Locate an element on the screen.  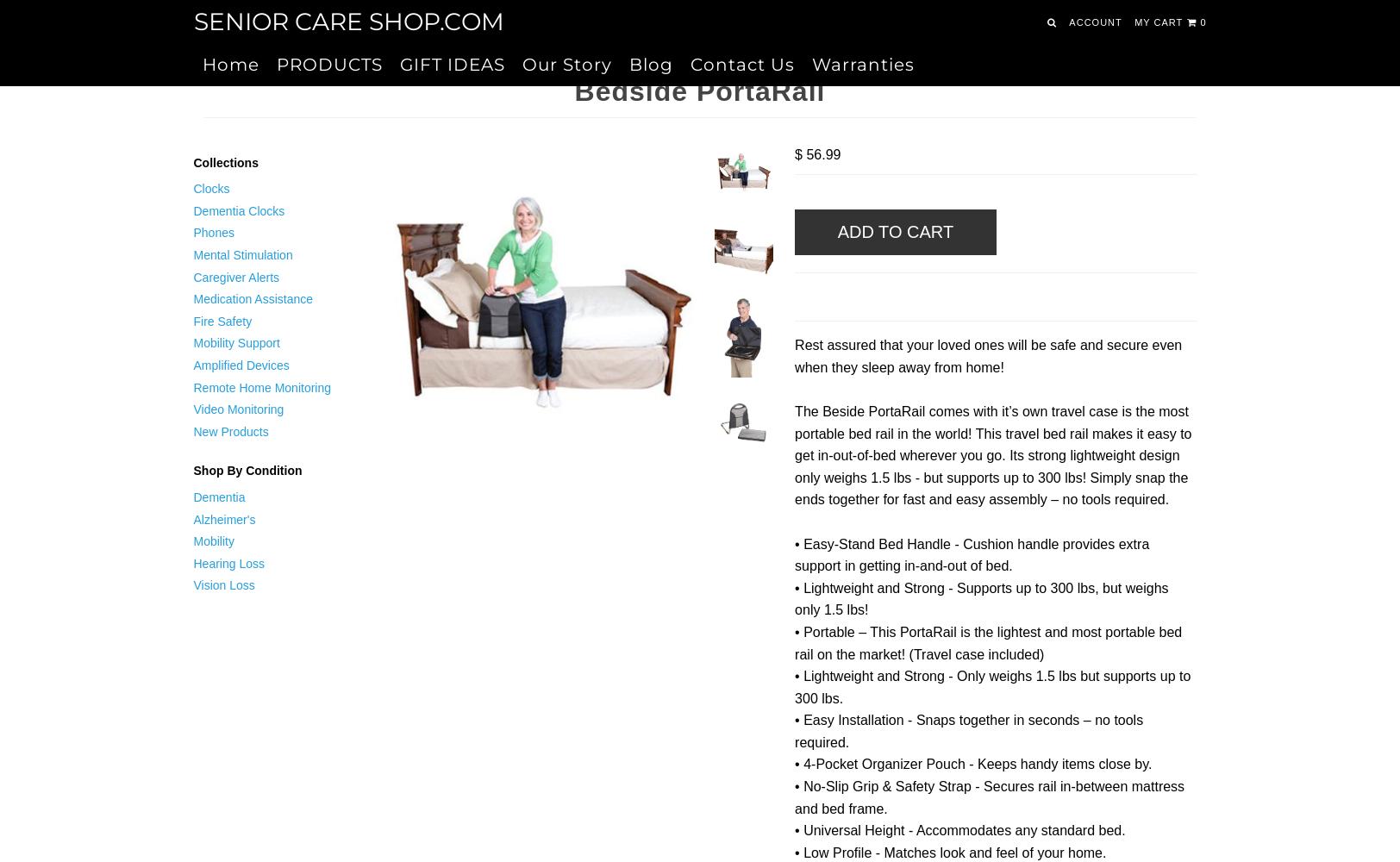
'Mental Stimulation' is located at coordinates (242, 254).